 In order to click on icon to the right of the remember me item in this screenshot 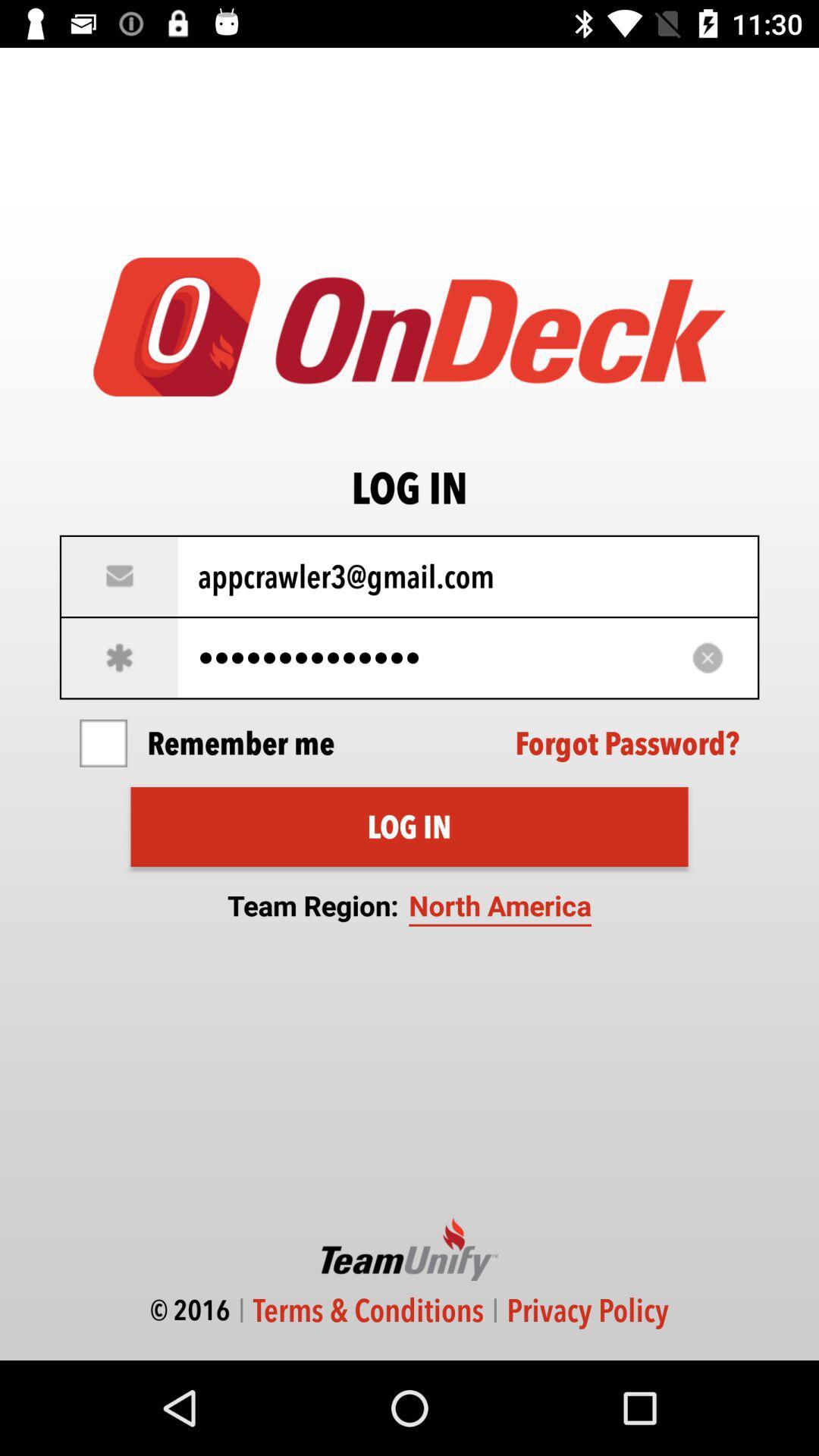, I will do `click(627, 743)`.